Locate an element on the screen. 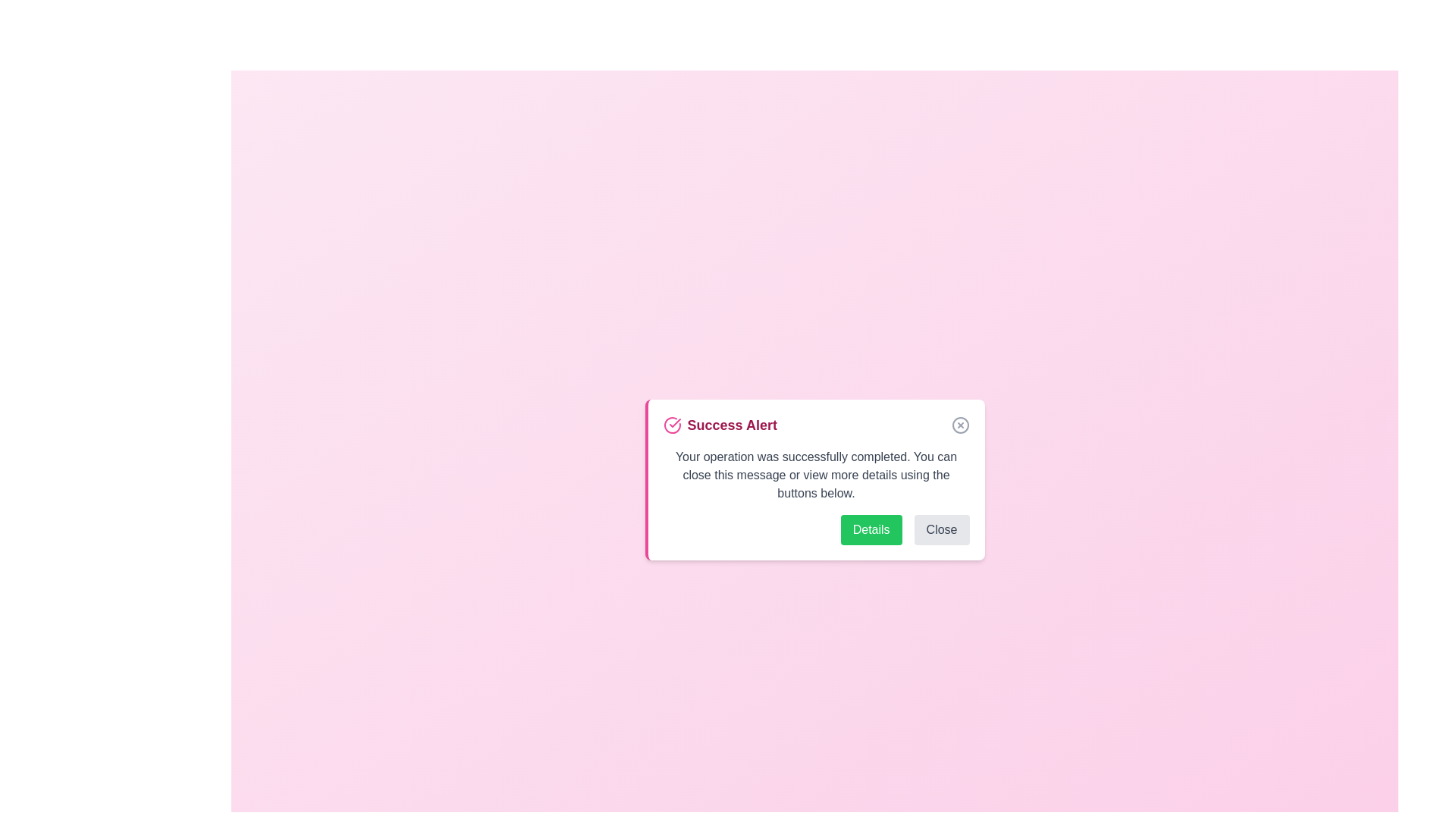 The height and width of the screenshot is (819, 1456). the pink gradient background outside the alert box is located at coordinates (378, 227).